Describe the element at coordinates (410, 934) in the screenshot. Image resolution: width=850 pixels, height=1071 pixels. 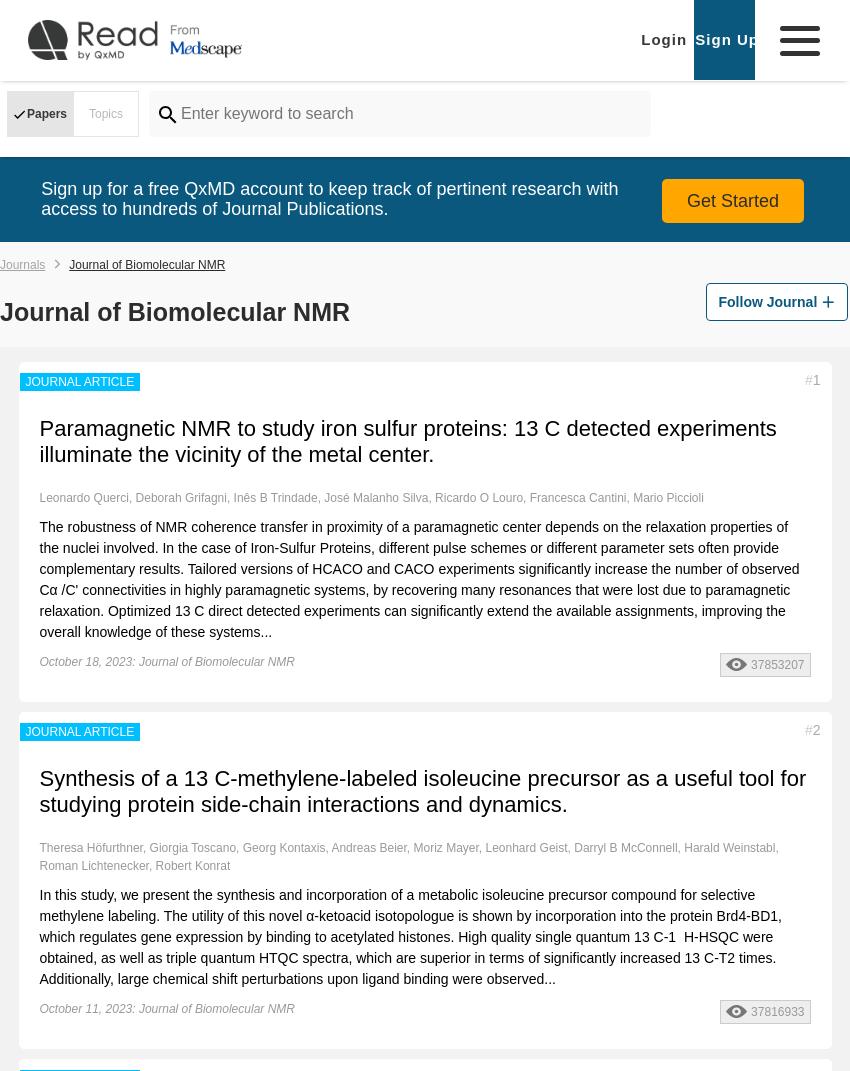
I see `'In this study, we present the synthesis and incorporation of a metabolic isoleucine precursor compound for selective methylene labeling. The utility of this novel α-ketoacid isotopologue is shown by incorporation into the protein Brd4-BD1, which regulates gene expression by binding to acetylated histones. High quality single quantum 13 C-1  H-HSQC were obtained, as well as triple quantum HTQC spectra, which are superior in terms of significantly increased 13 C-T2 times. Additionally, large chemical shift perturbations upon ligand binding were observed...'` at that location.